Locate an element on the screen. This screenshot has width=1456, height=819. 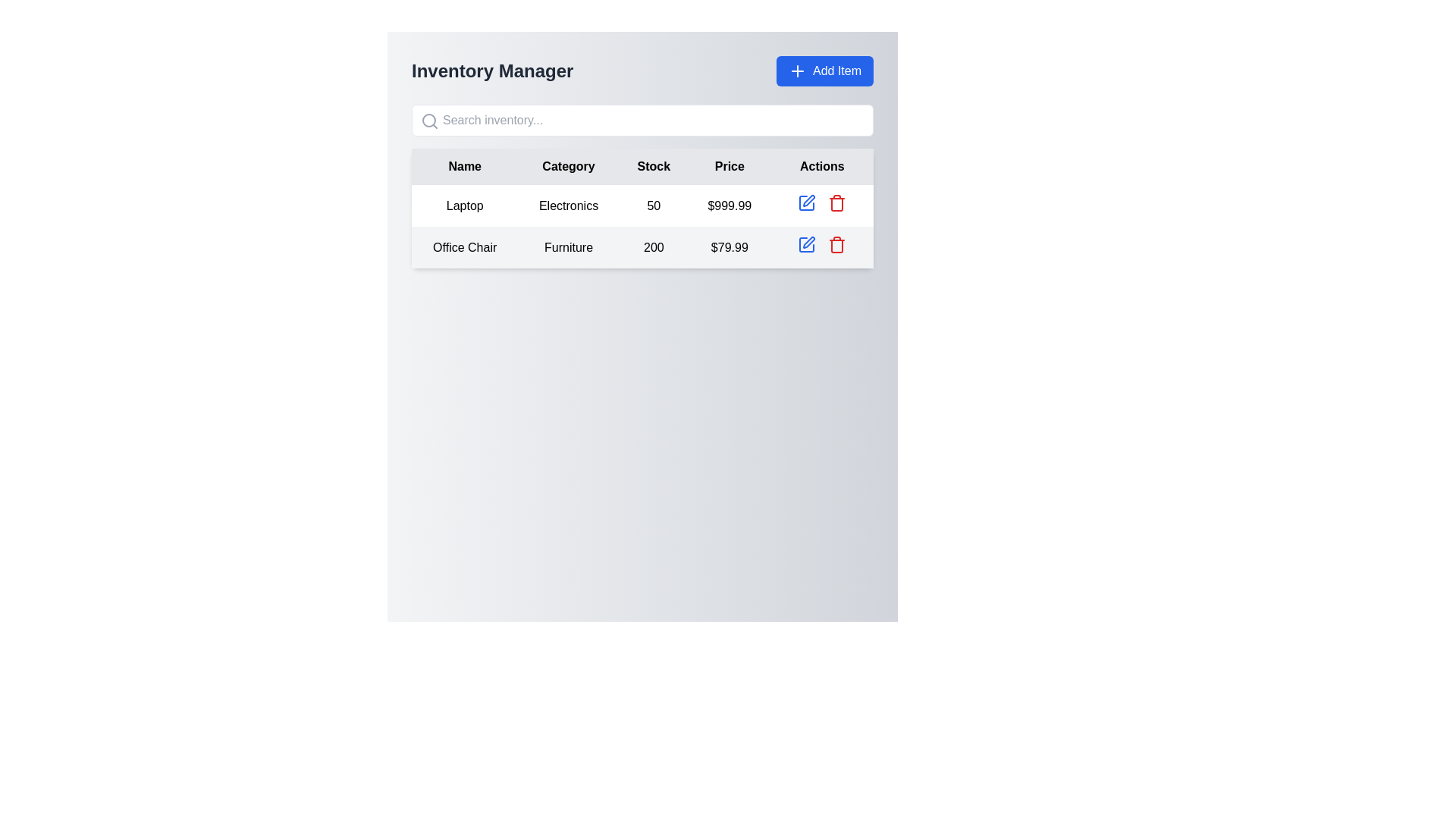
the 'Edit' icon in the Actions column of the second row associated with the 'Office Chair' item is located at coordinates (808, 242).